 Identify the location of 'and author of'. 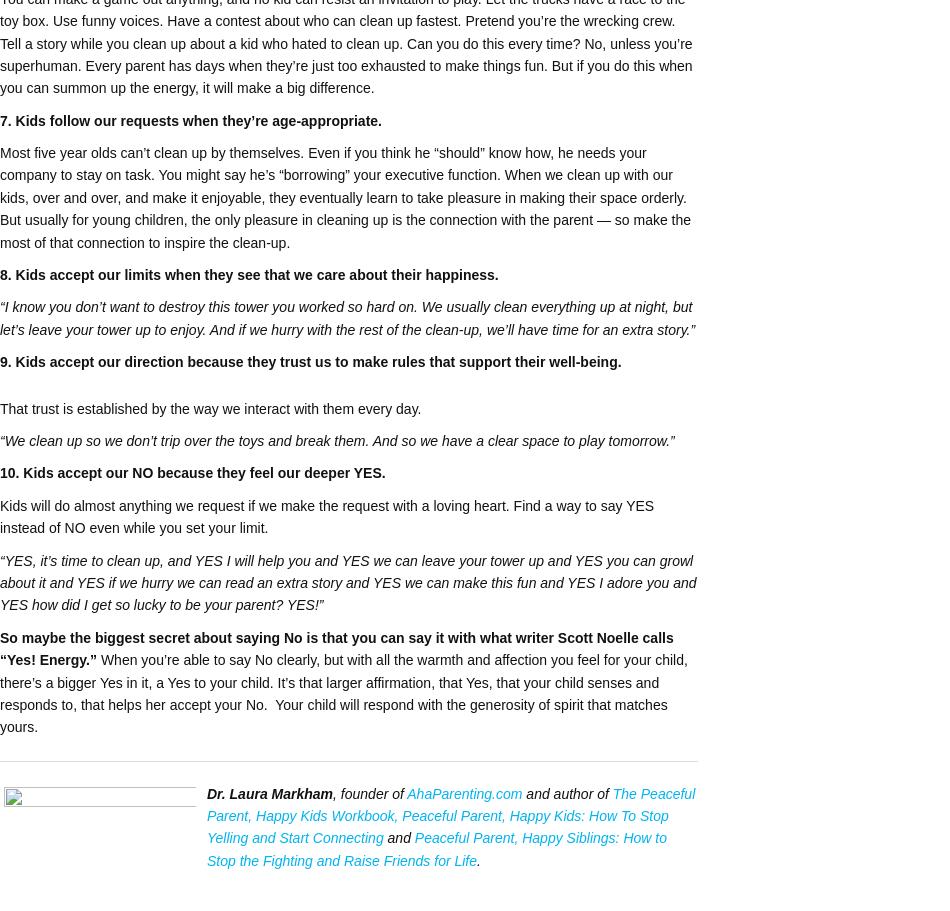
(566, 793).